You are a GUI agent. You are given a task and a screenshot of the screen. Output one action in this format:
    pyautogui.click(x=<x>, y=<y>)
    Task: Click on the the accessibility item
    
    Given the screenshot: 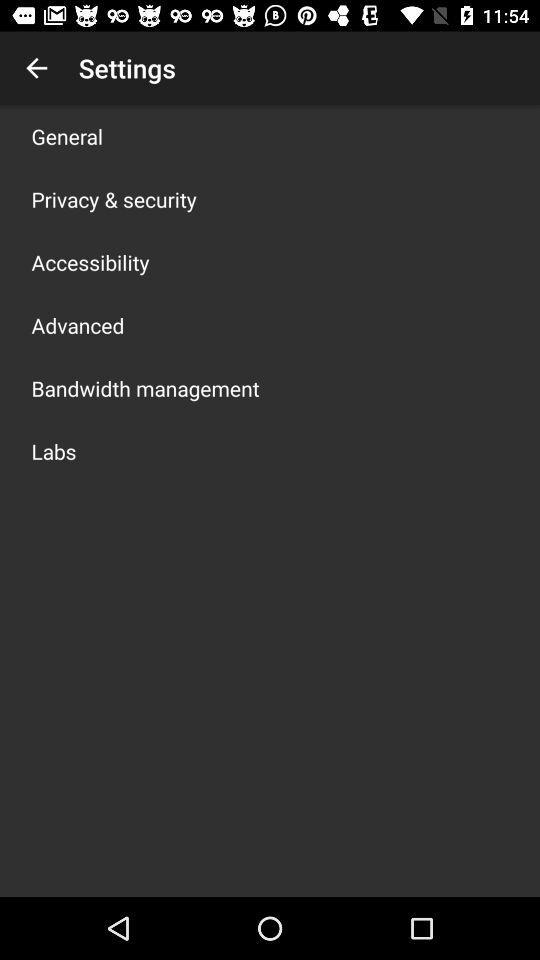 What is the action you would take?
    pyautogui.click(x=89, y=261)
    